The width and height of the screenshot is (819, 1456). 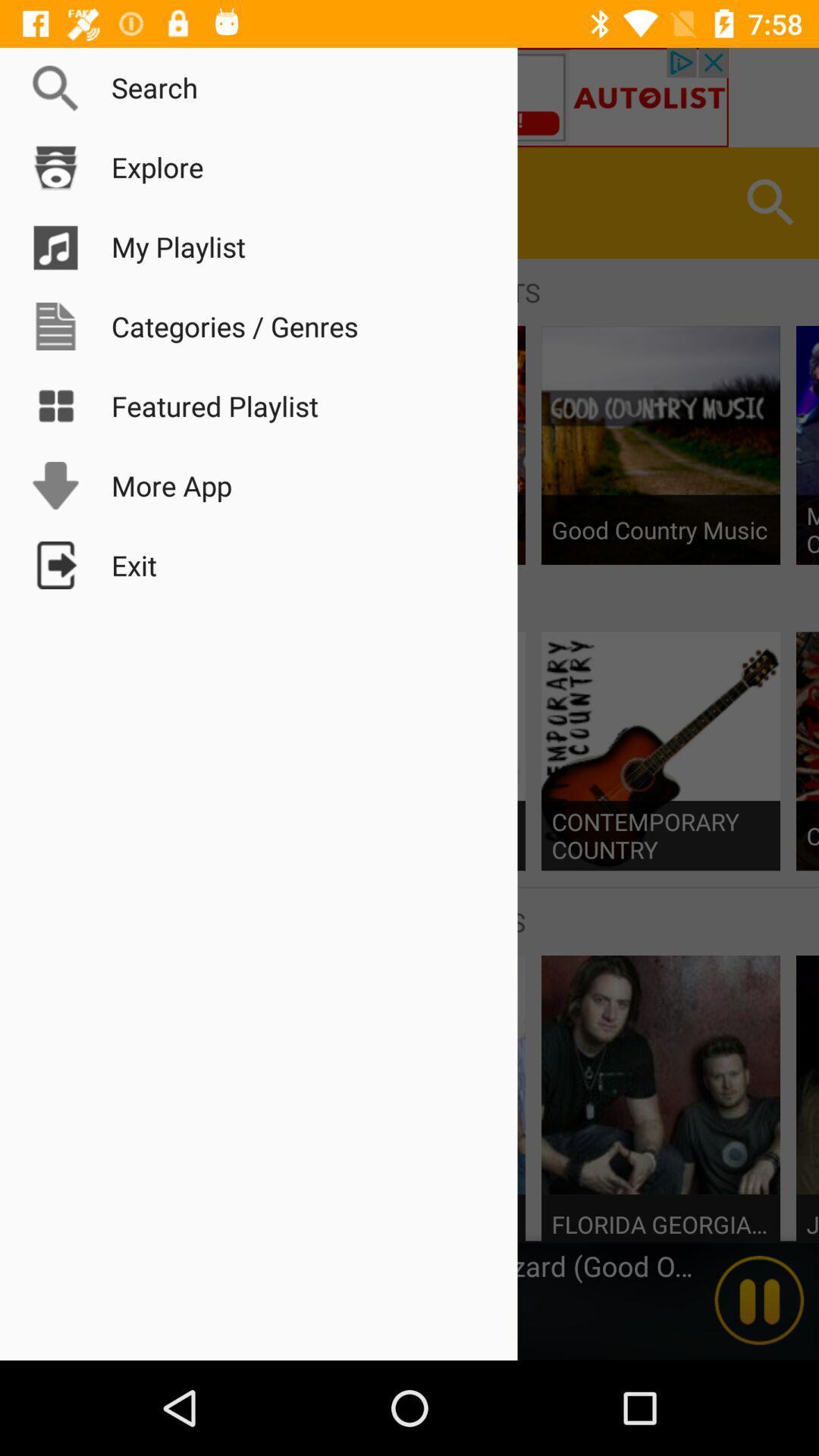 I want to click on the pause icon, so click(x=759, y=1300).